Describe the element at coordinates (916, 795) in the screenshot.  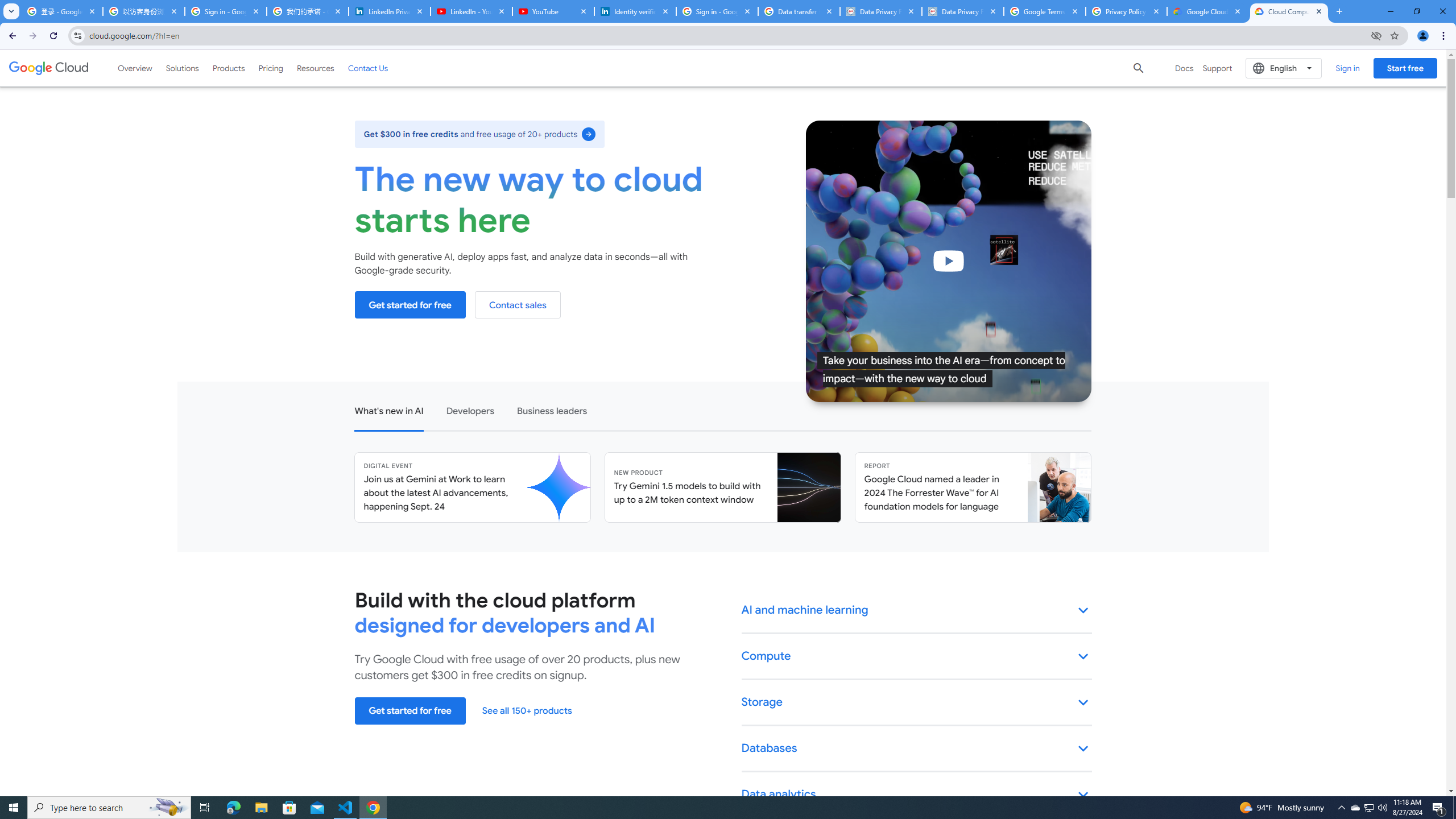
I see `'Data analytics keyboard_arrow_down'` at that location.